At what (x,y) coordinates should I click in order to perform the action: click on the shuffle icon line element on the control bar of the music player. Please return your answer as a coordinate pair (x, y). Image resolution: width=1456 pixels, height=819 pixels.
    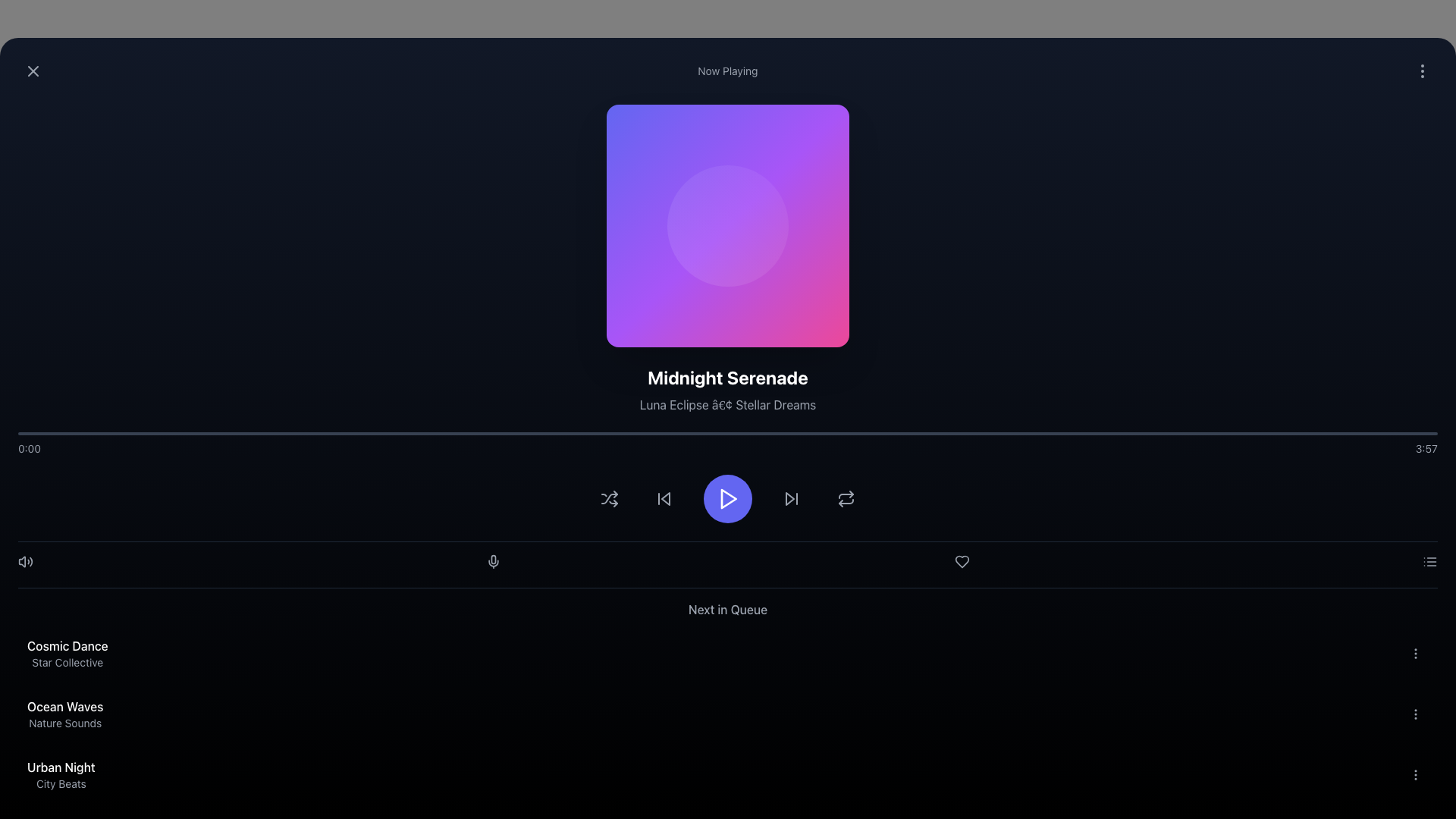
    Looking at the image, I should click on (610, 499).